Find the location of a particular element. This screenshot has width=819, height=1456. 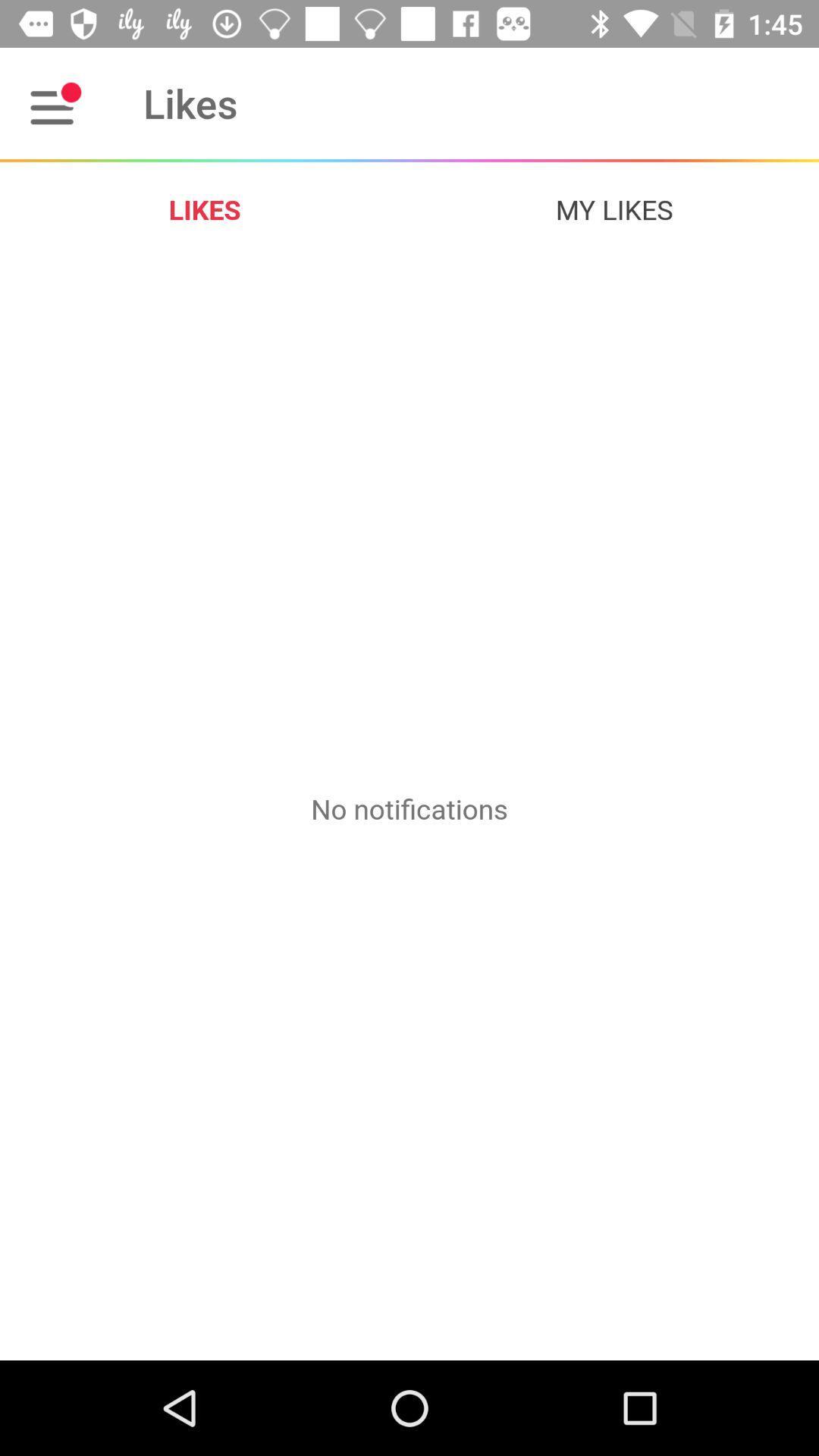

item next to likes item is located at coordinates (55, 102).